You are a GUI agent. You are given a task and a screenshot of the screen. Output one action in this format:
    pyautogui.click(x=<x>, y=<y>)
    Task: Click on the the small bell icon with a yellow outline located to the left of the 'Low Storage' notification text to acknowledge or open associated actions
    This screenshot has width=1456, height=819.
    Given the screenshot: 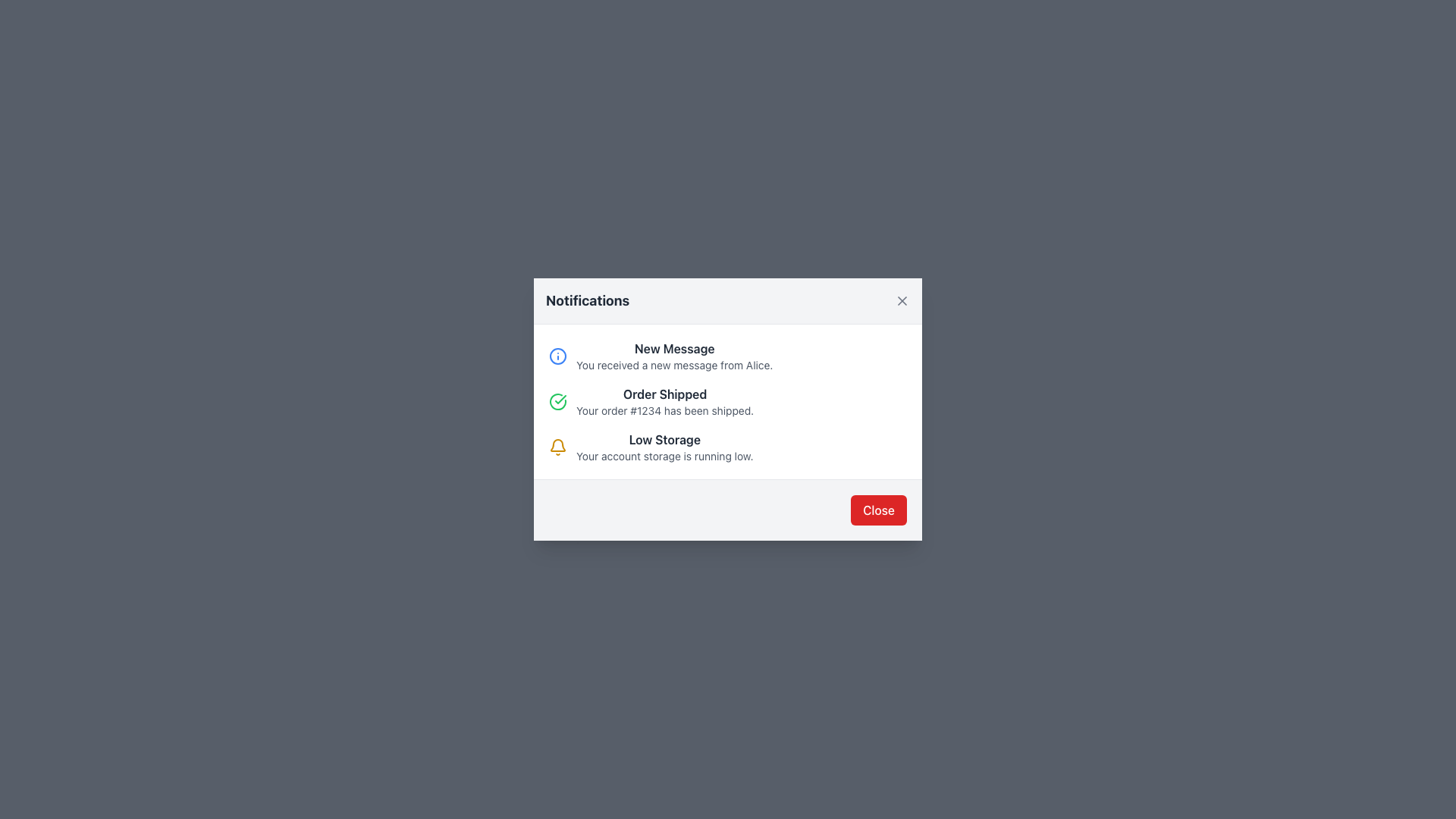 What is the action you would take?
    pyautogui.click(x=557, y=447)
    